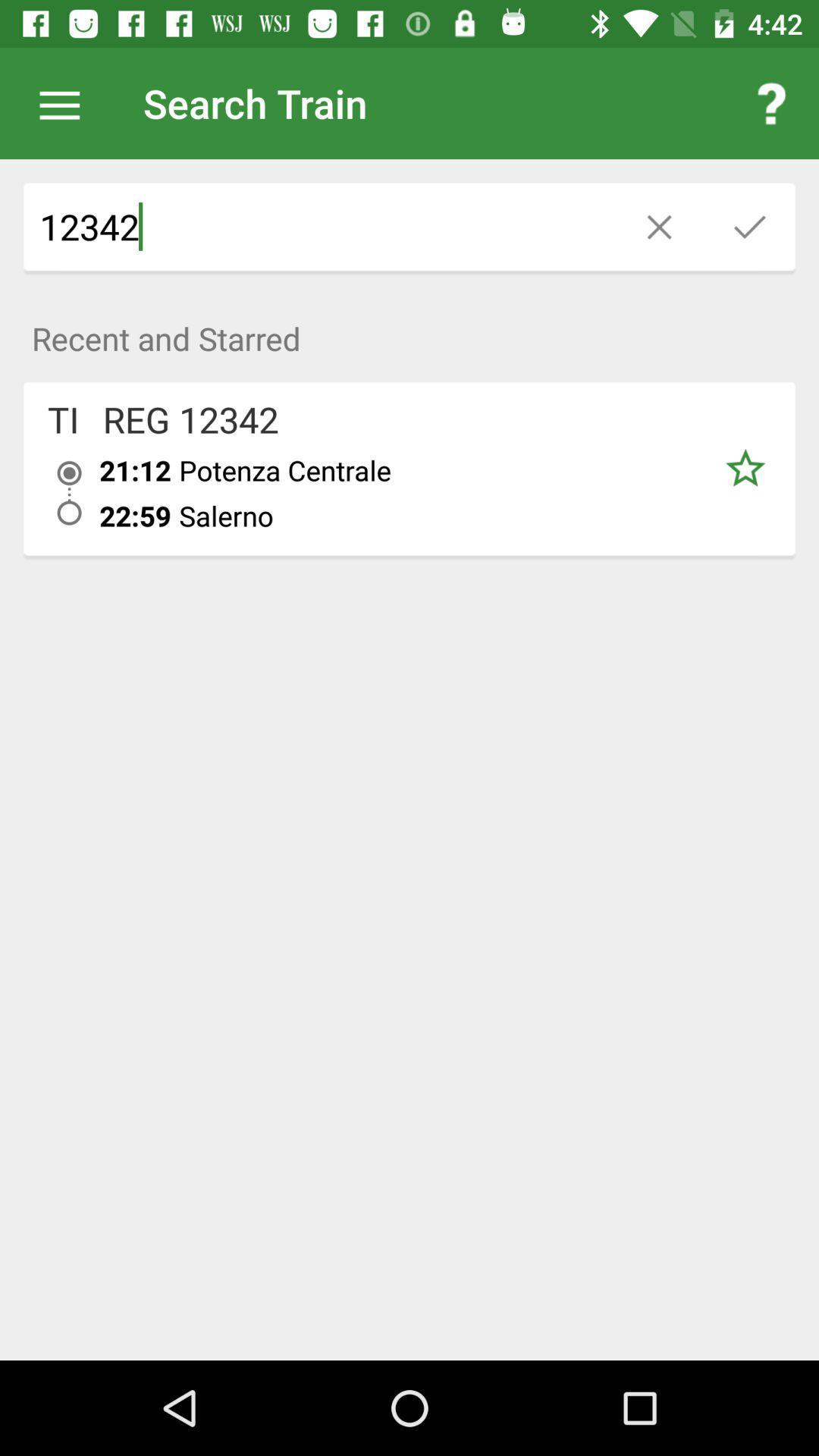  I want to click on to favorites, so click(744, 468).